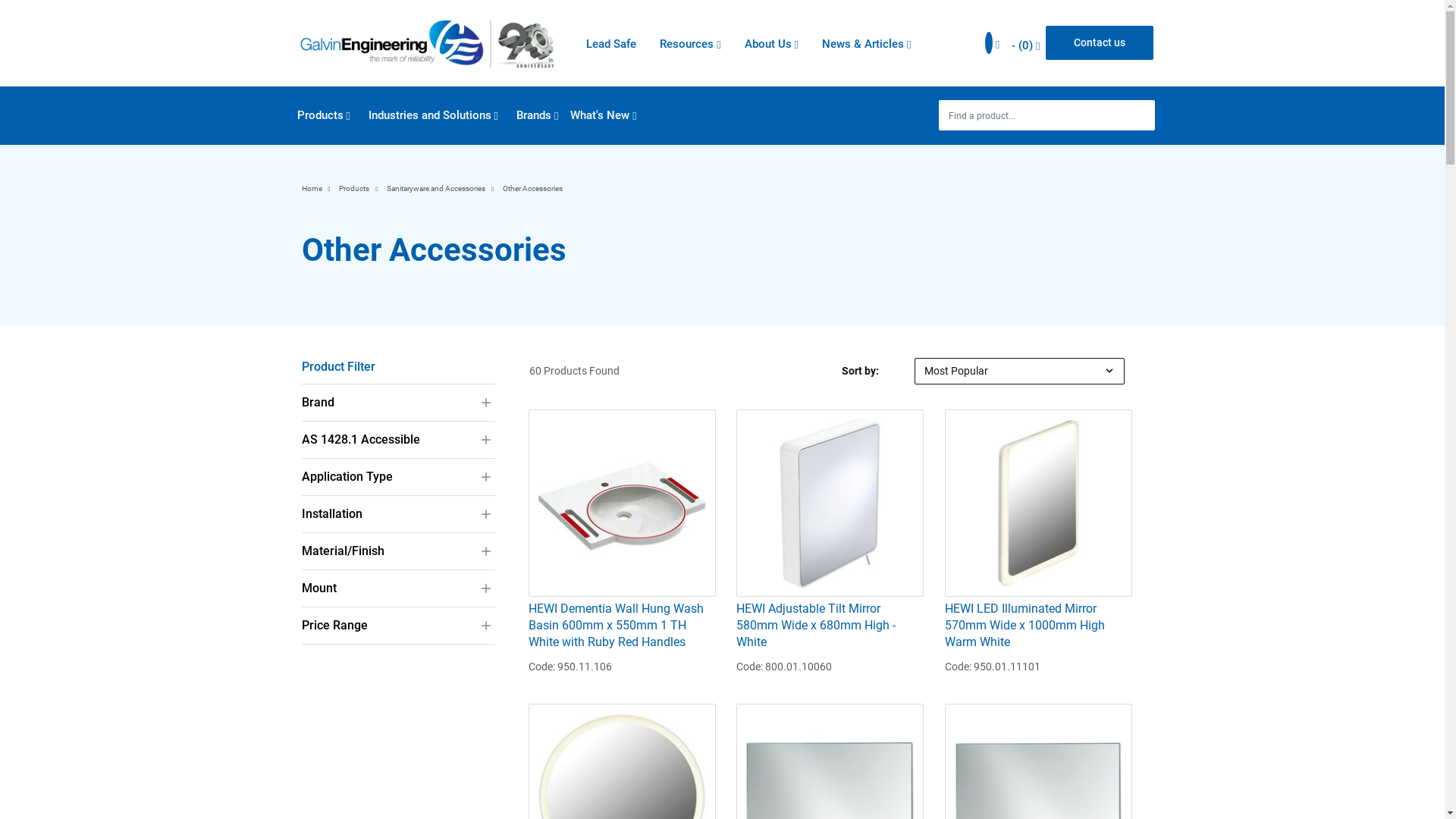 Image resolution: width=1456 pixels, height=819 pixels. Describe the element at coordinates (425, 42) in the screenshot. I see `'Galvin Engineering'` at that location.